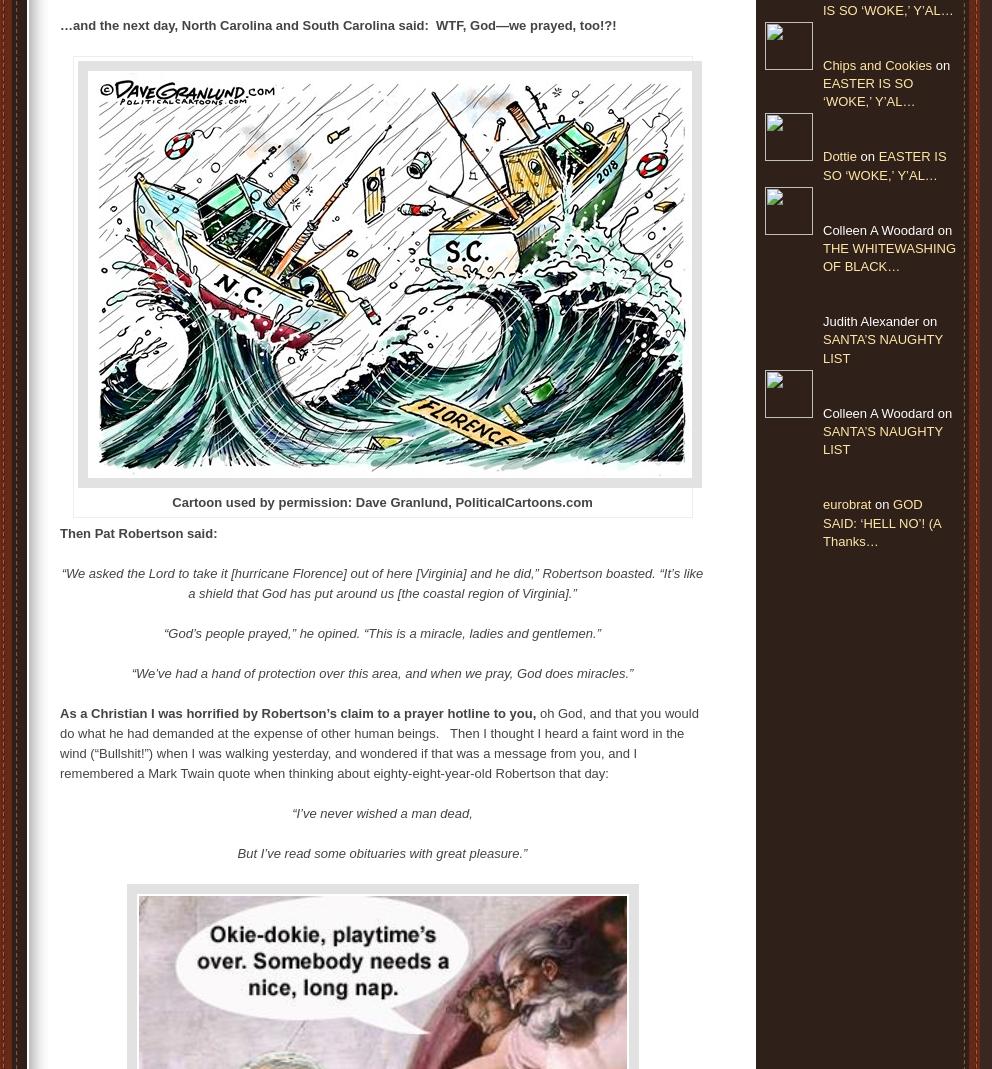  What do you see at coordinates (881, 521) in the screenshot?
I see `'GOD SAID: ‘HELL NO’! (A Thanks…'` at bounding box center [881, 521].